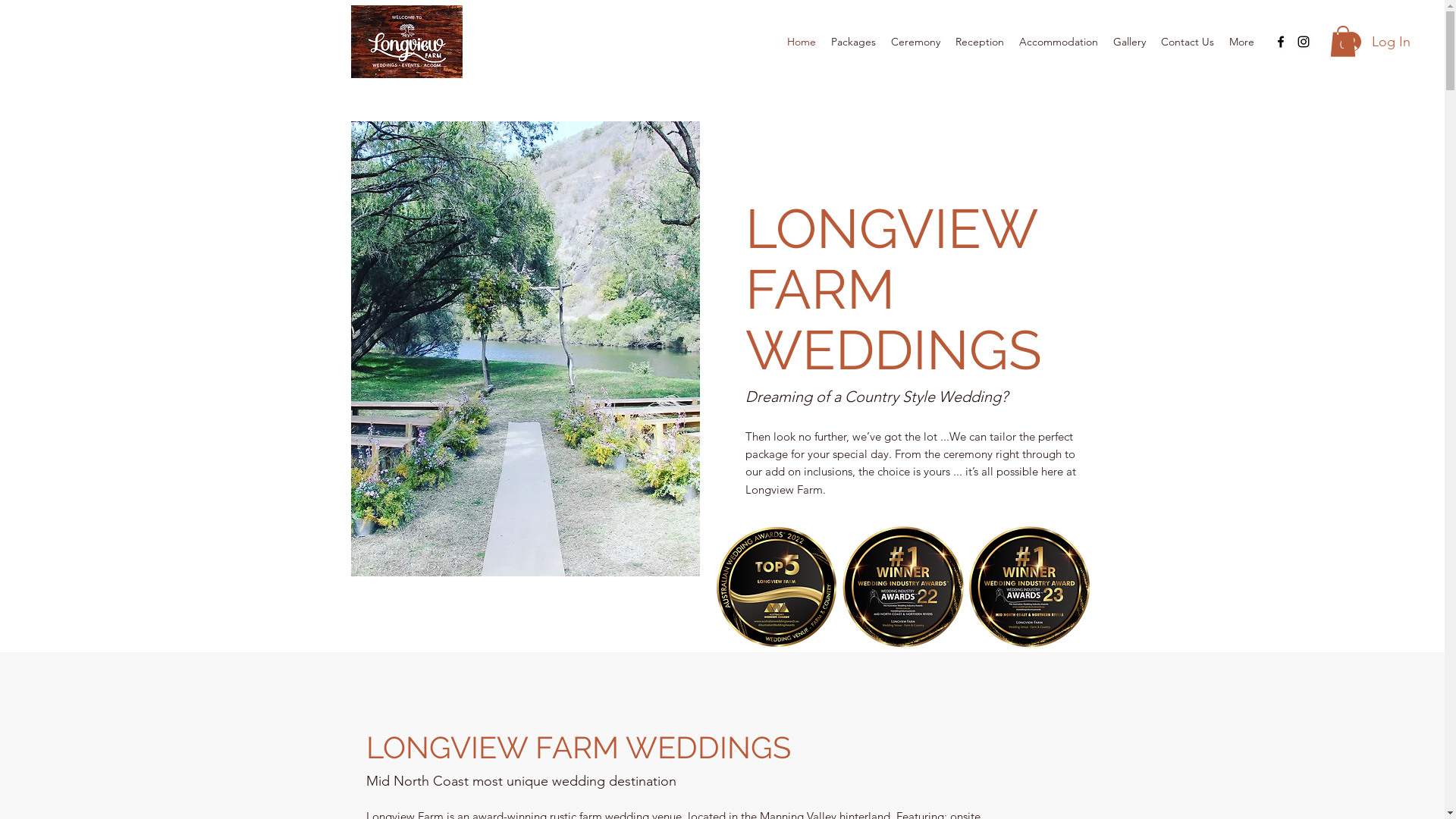 Image resolution: width=1456 pixels, height=819 pixels. Describe the element at coordinates (1343, 40) in the screenshot. I see `'0'` at that location.